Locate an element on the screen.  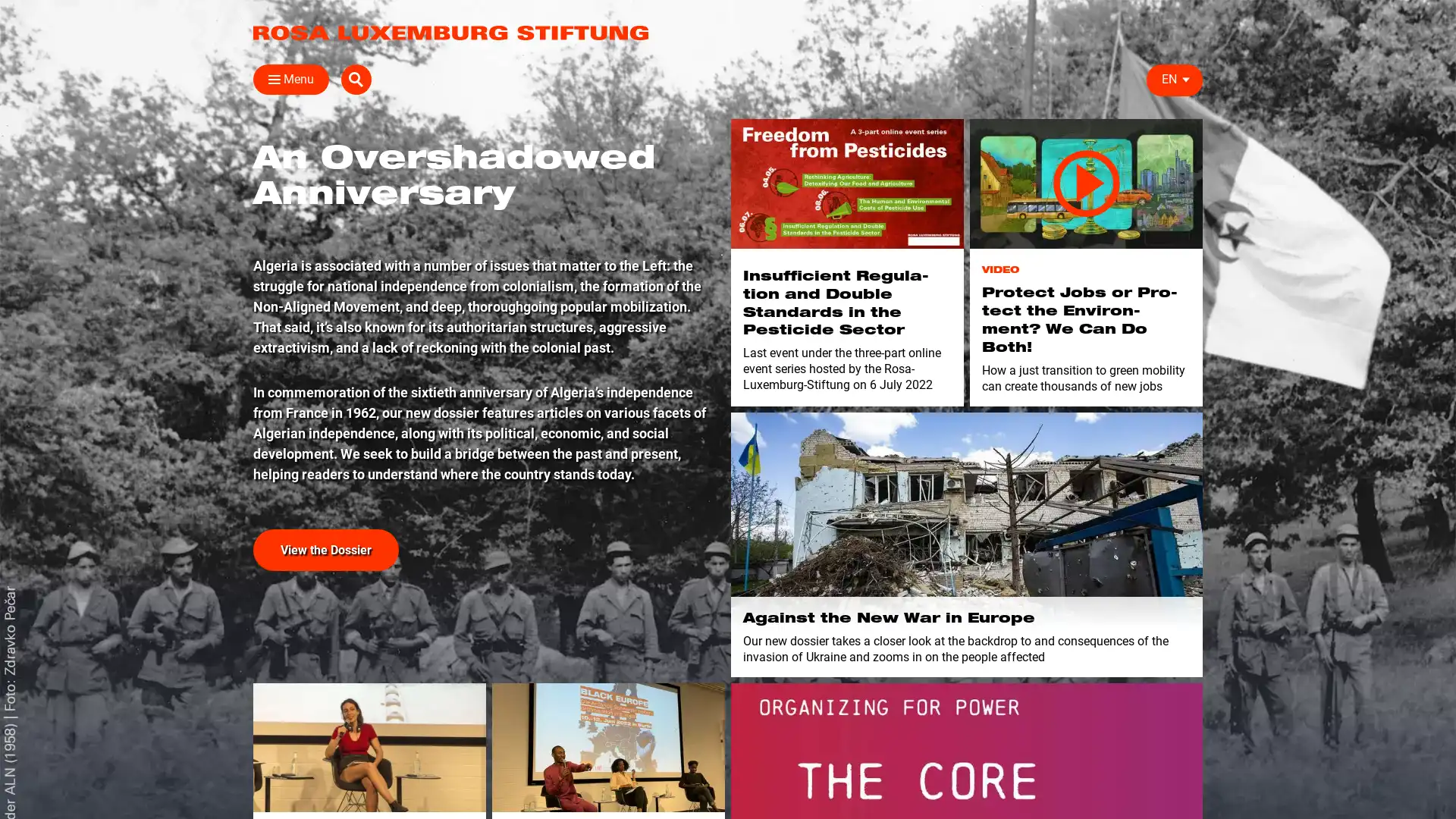
Show more / less is located at coordinates (483, 178).